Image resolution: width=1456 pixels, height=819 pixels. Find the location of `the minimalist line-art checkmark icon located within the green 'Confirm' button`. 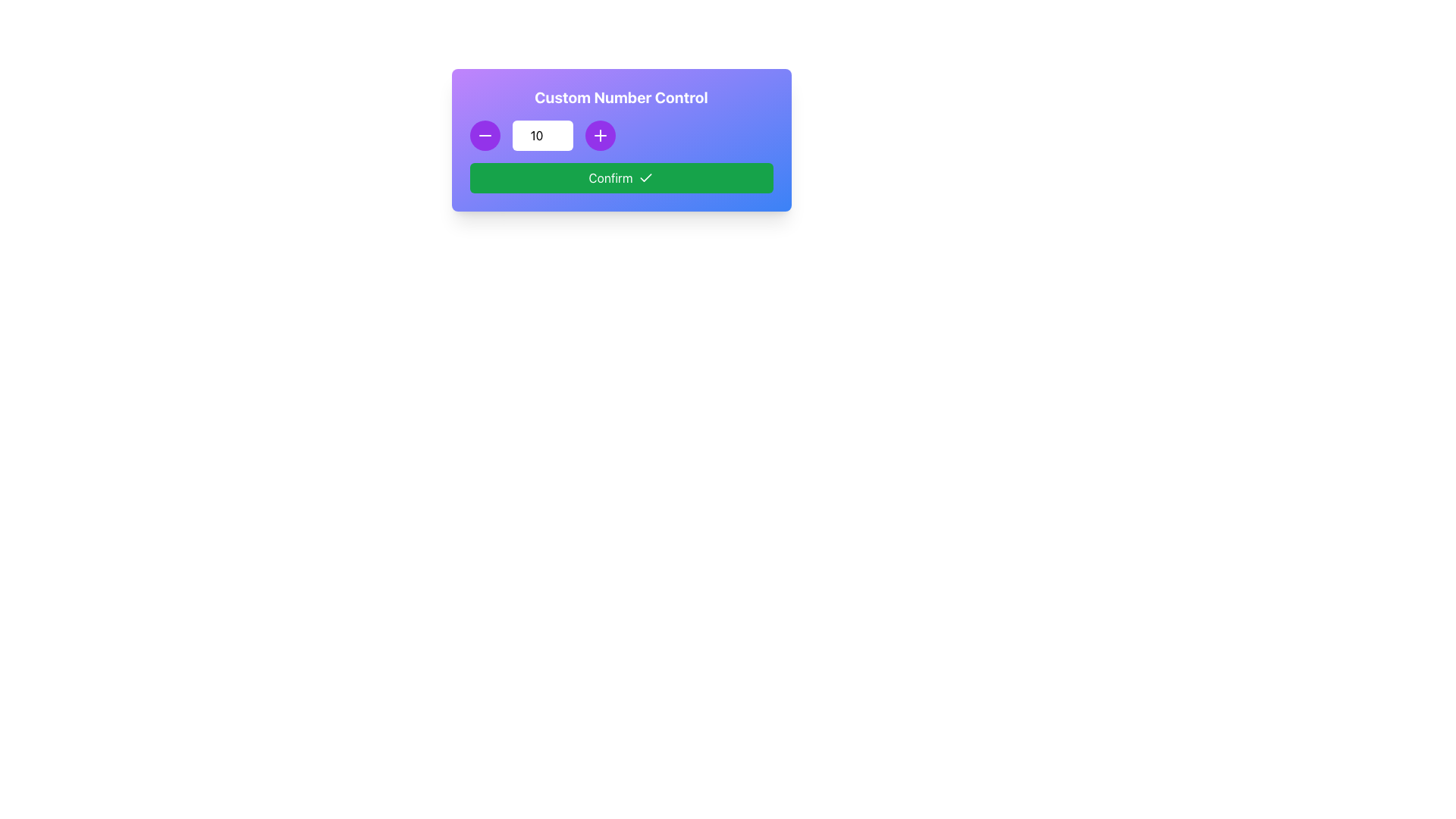

the minimalist line-art checkmark icon located within the green 'Confirm' button is located at coordinates (646, 177).